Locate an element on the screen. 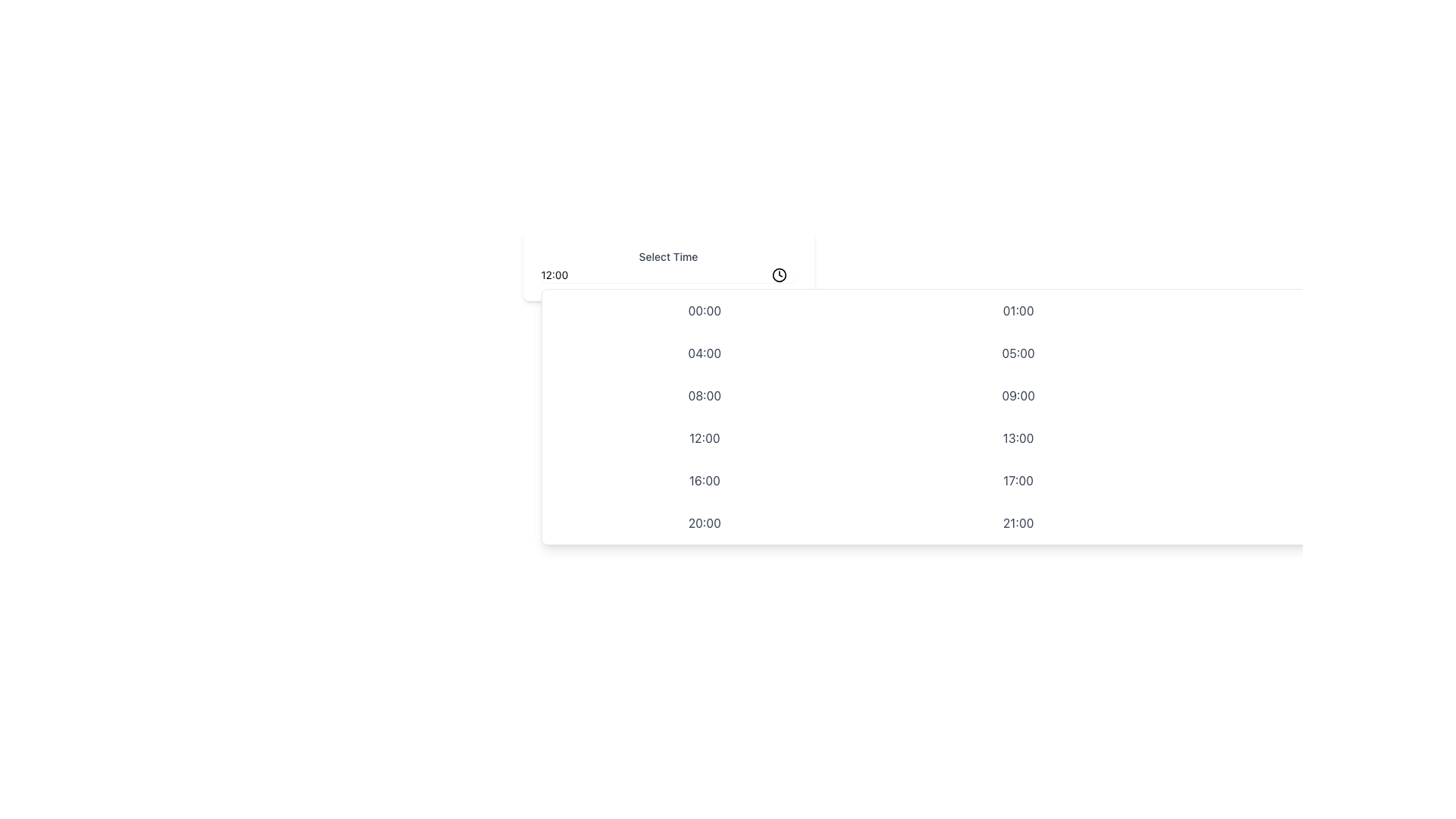  the selectable time option button representing '01:00' is located at coordinates (1018, 309).